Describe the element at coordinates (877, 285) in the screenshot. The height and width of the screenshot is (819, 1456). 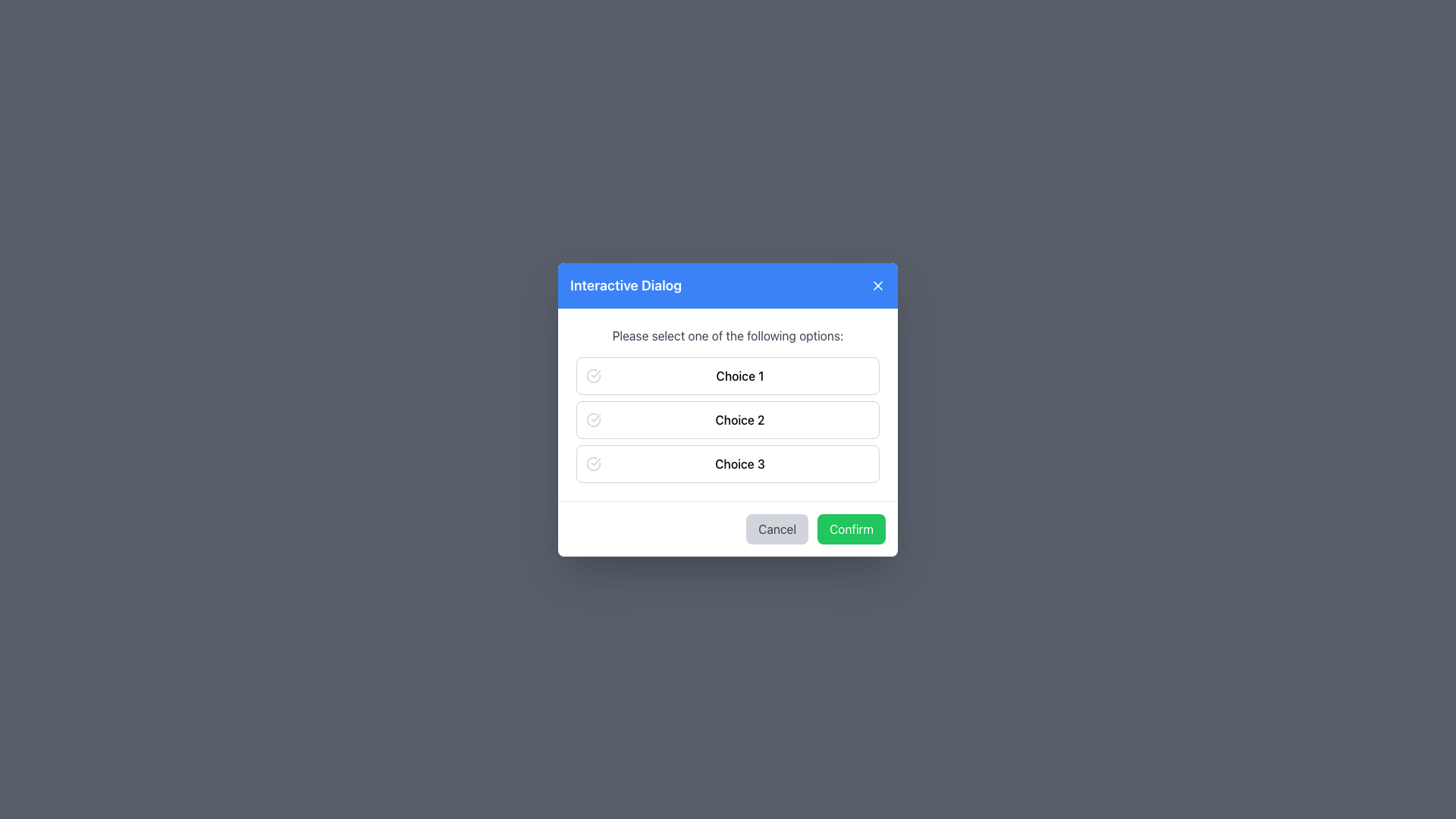
I see `the small red cross icon located in the top-right corner of the modal dialog` at that location.